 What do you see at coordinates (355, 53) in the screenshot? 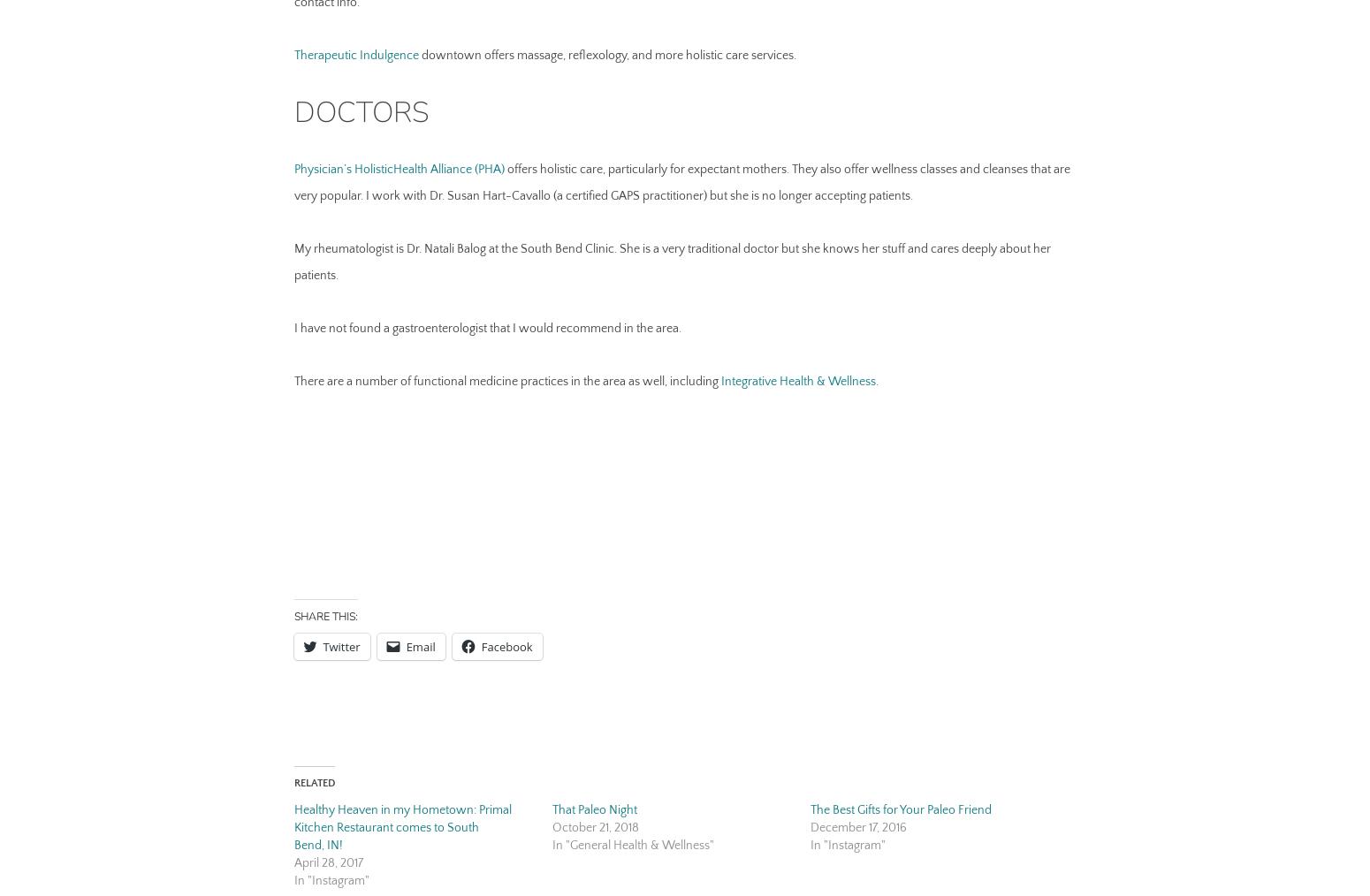
I see `'Therapeutic Indulgence'` at bounding box center [355, 53].